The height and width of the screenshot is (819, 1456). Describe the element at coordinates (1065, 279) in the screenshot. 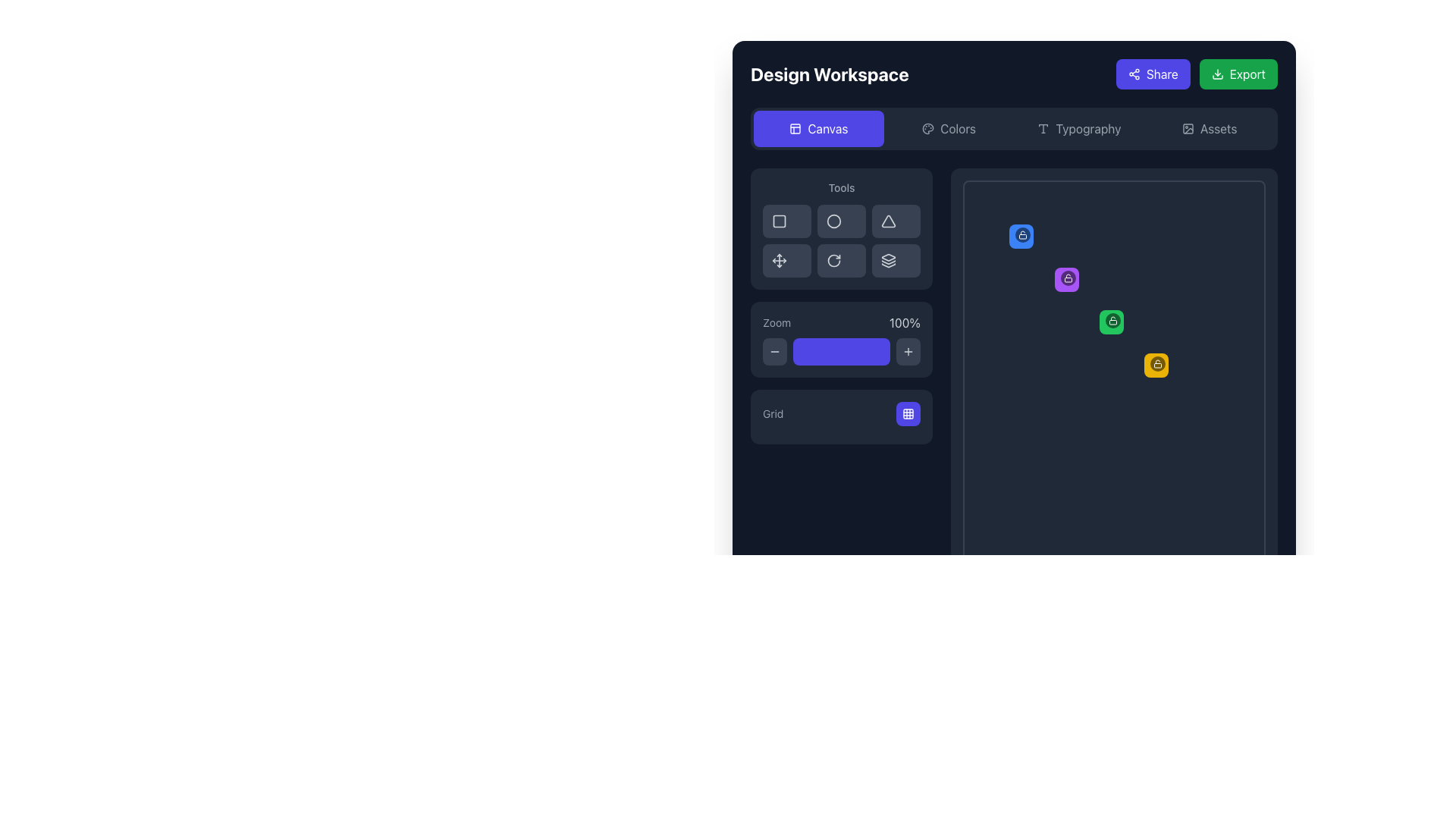

I see `the purple square Icon Button with a lock icon in the center, which is the second element in a vertical list of similar elements` at that location.